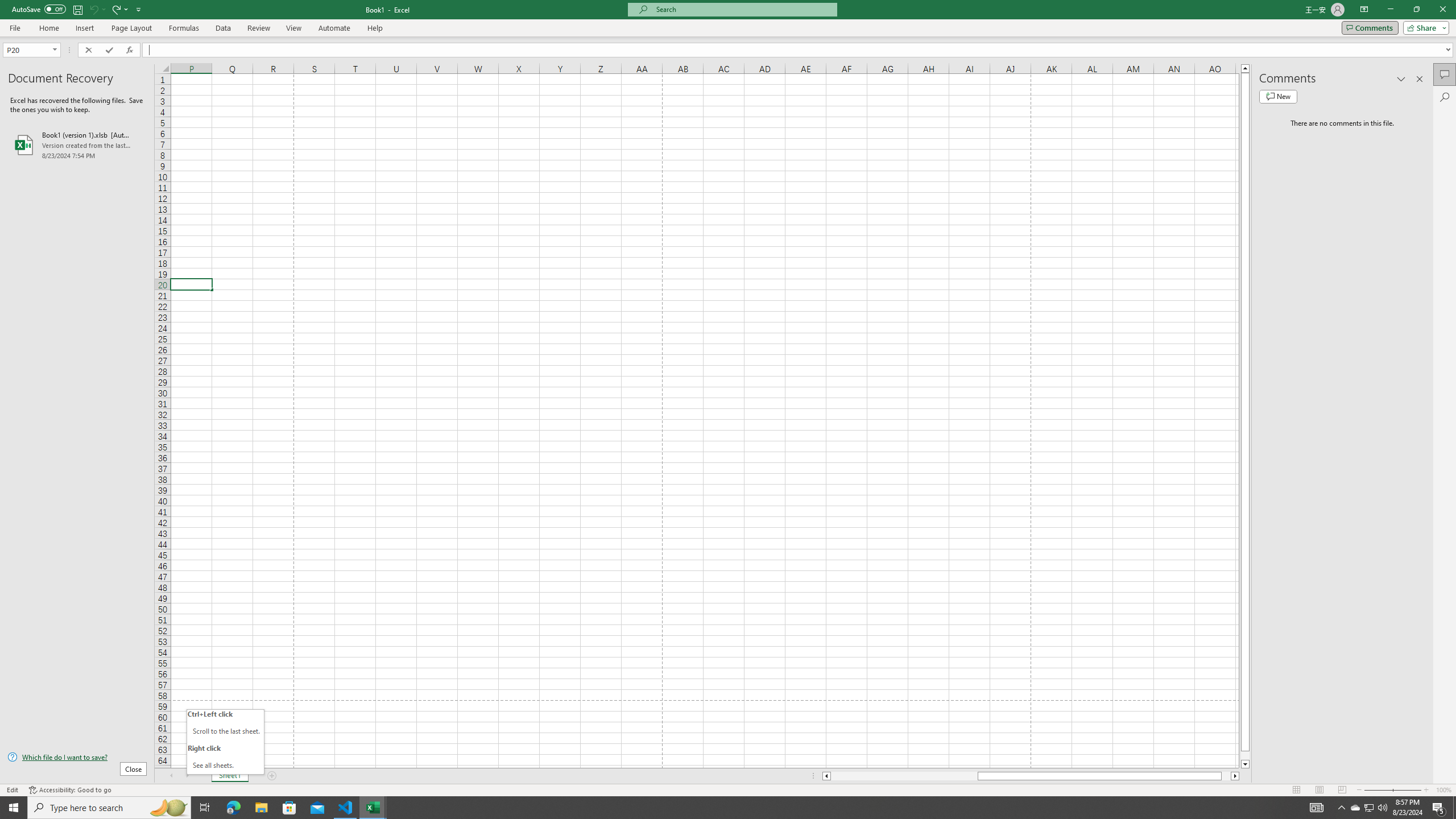  Describe the element at coordinates (77, 9) in the screenshot. I see `'Save'` at that location.